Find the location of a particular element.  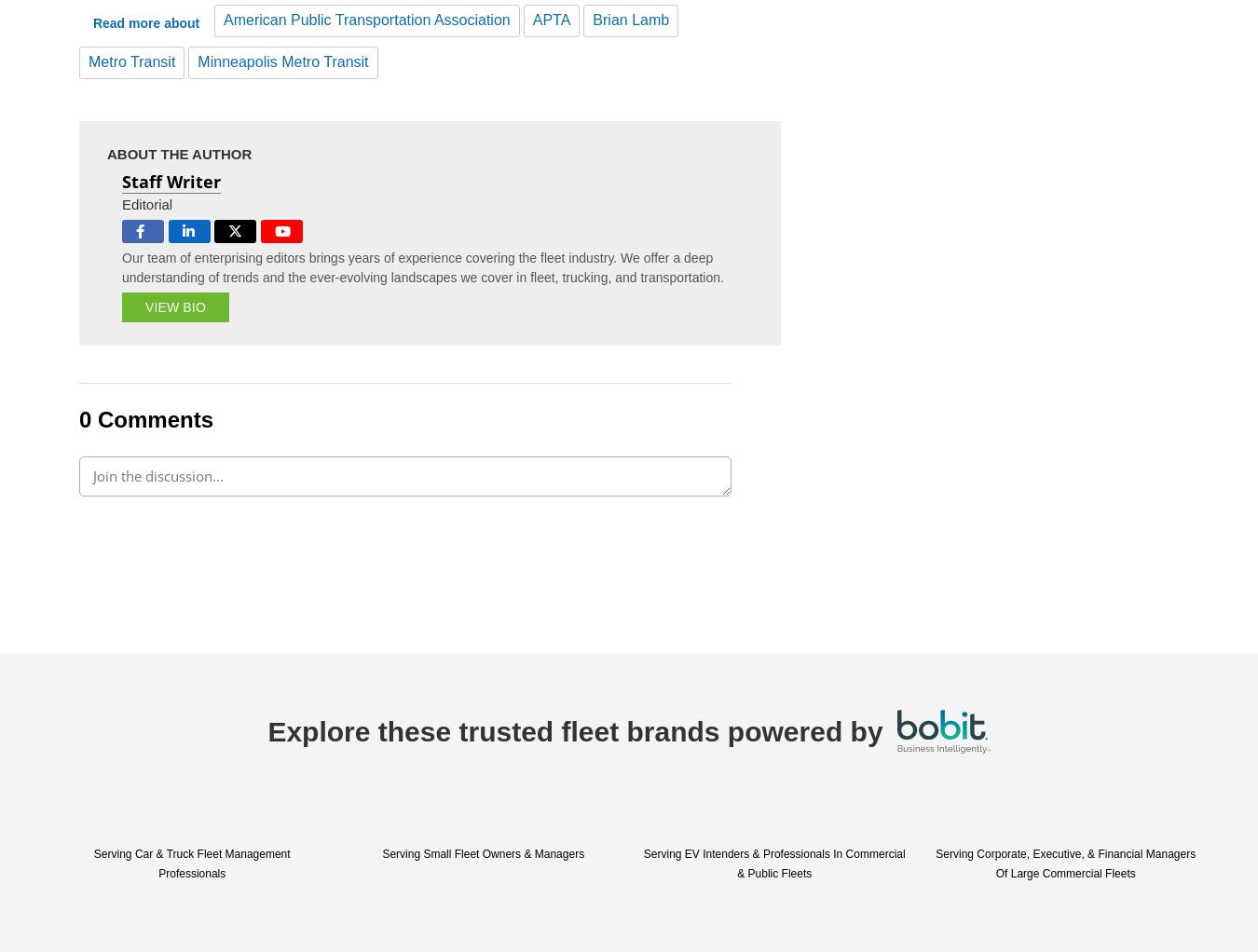

'Our team of enterprising editors brings years of experience covering the fleet industry. We offer a deep understanding of trends and the ever-evolving landscapes we cover in fleet, trucking, and transportation.' is located at coordinates (425, 266).